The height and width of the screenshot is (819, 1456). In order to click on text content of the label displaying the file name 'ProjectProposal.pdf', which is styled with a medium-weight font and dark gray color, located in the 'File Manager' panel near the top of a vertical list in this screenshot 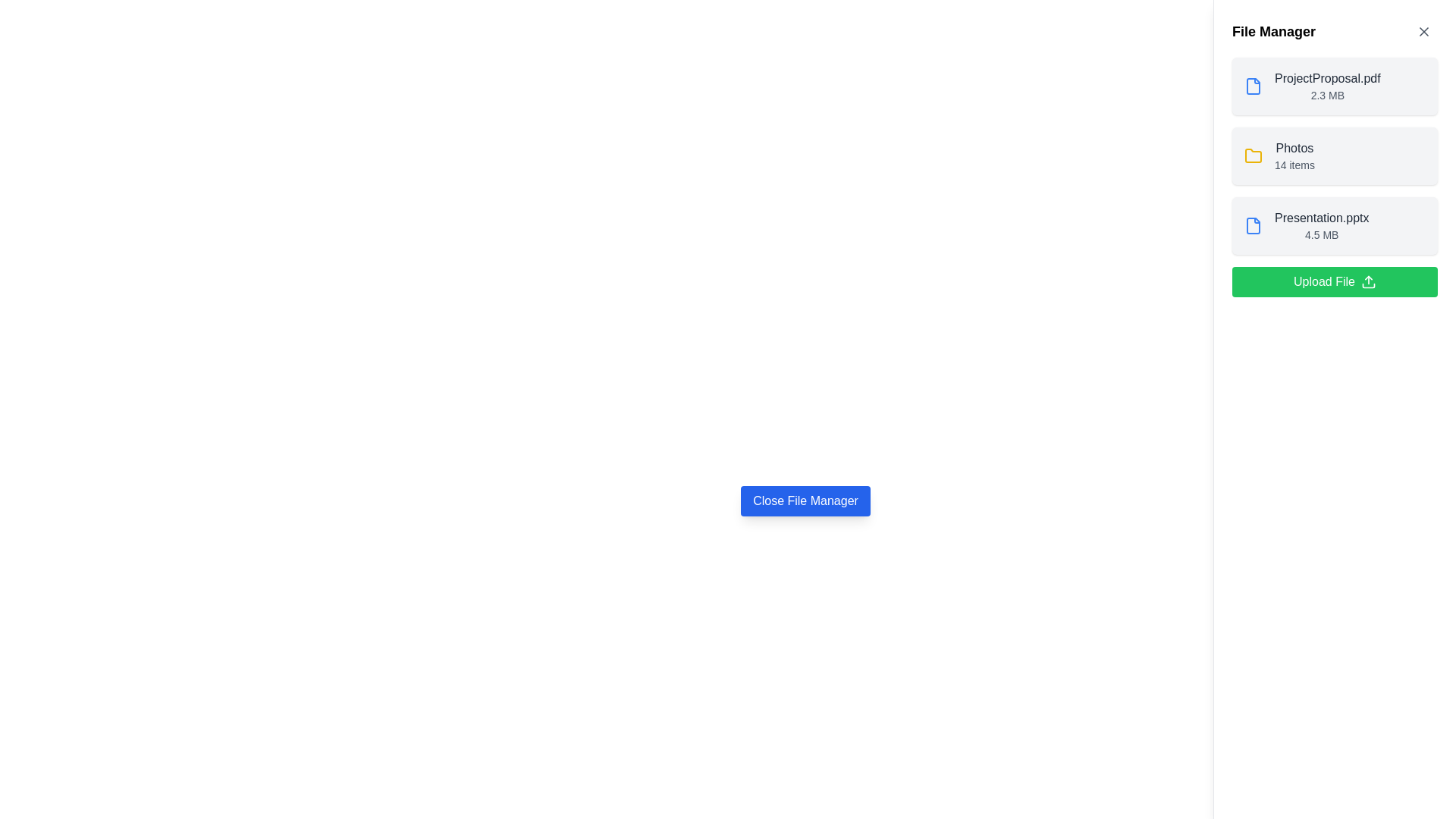, I will do `click(1326, 79)`.